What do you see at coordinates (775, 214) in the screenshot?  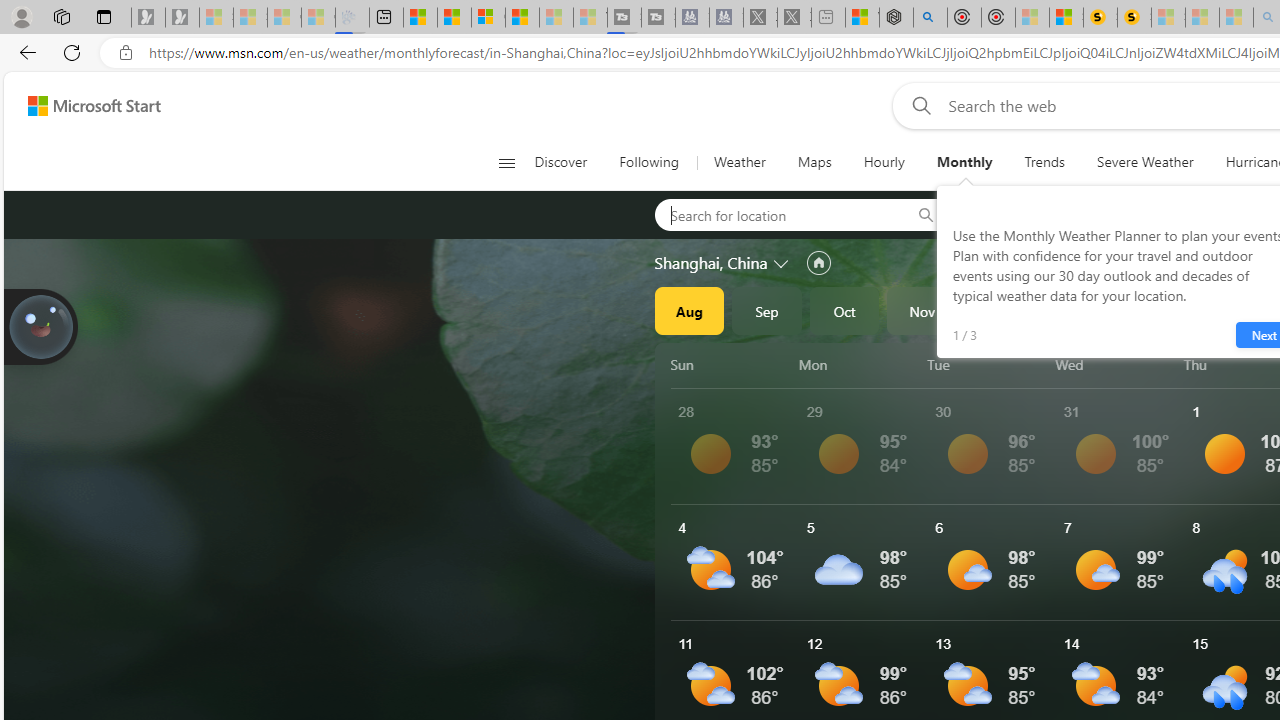 I see `'Search for location'` at bounding box center [775, 214].